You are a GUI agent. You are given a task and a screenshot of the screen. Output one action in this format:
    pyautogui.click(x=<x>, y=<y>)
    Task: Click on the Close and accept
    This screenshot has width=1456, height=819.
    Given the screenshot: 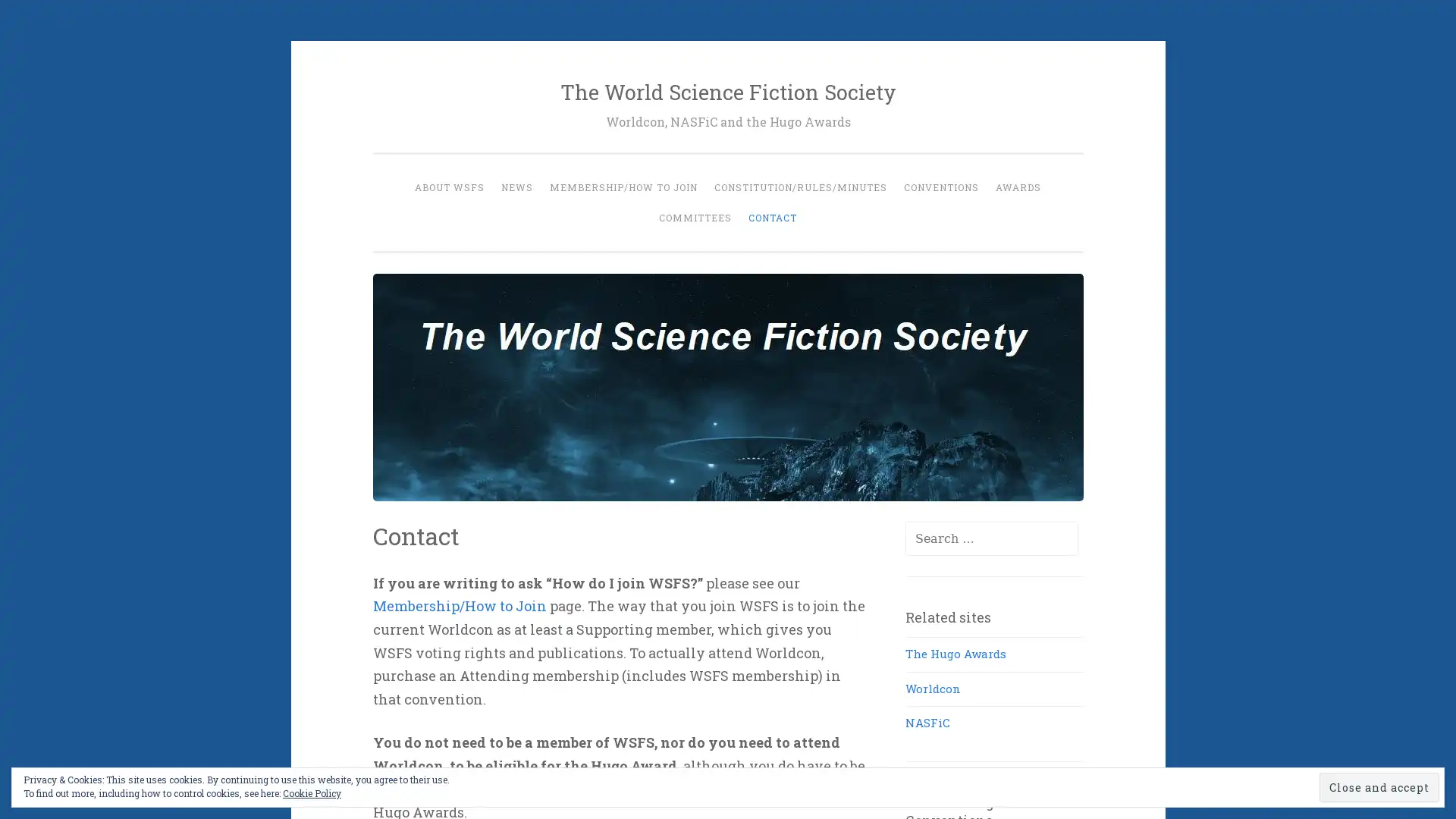 What is the action you would take?
    pyautogui.click(x=1379, y=786)
    